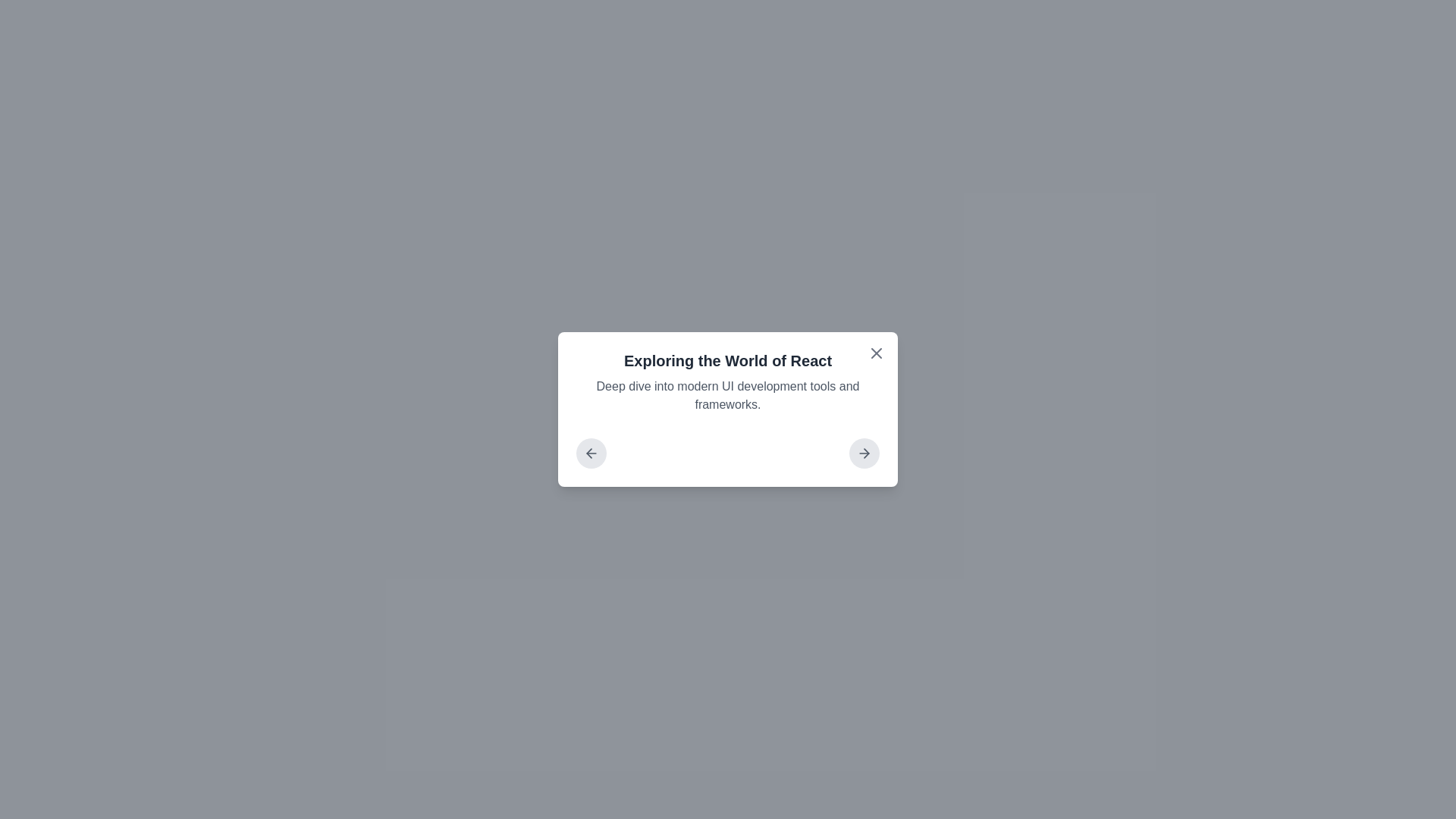 The height and width of the screenshot is (819, 1456). I want to click on the close button located in the top-right corner of the modal, adjacent to the title text 'Exploring the World of React', to observe the color change, so click(877, 353).